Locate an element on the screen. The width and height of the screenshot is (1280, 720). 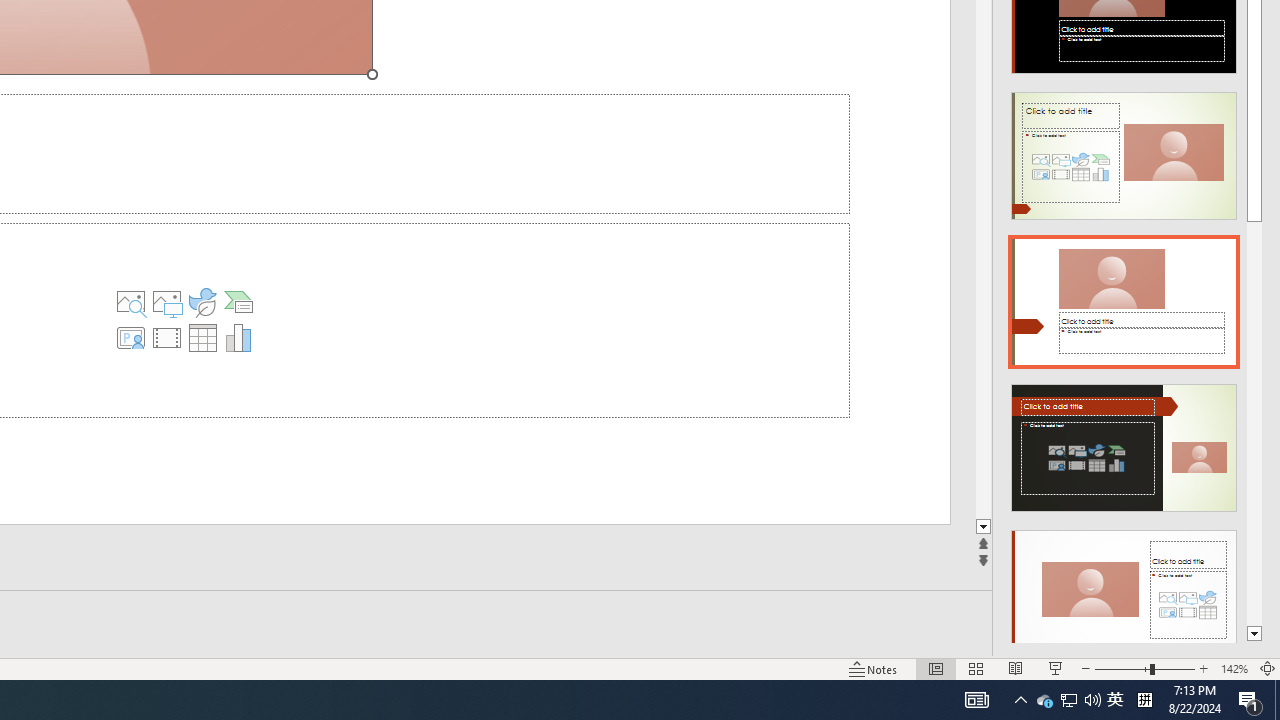
'Insert an Icon' is located at coordinates (202, 302).